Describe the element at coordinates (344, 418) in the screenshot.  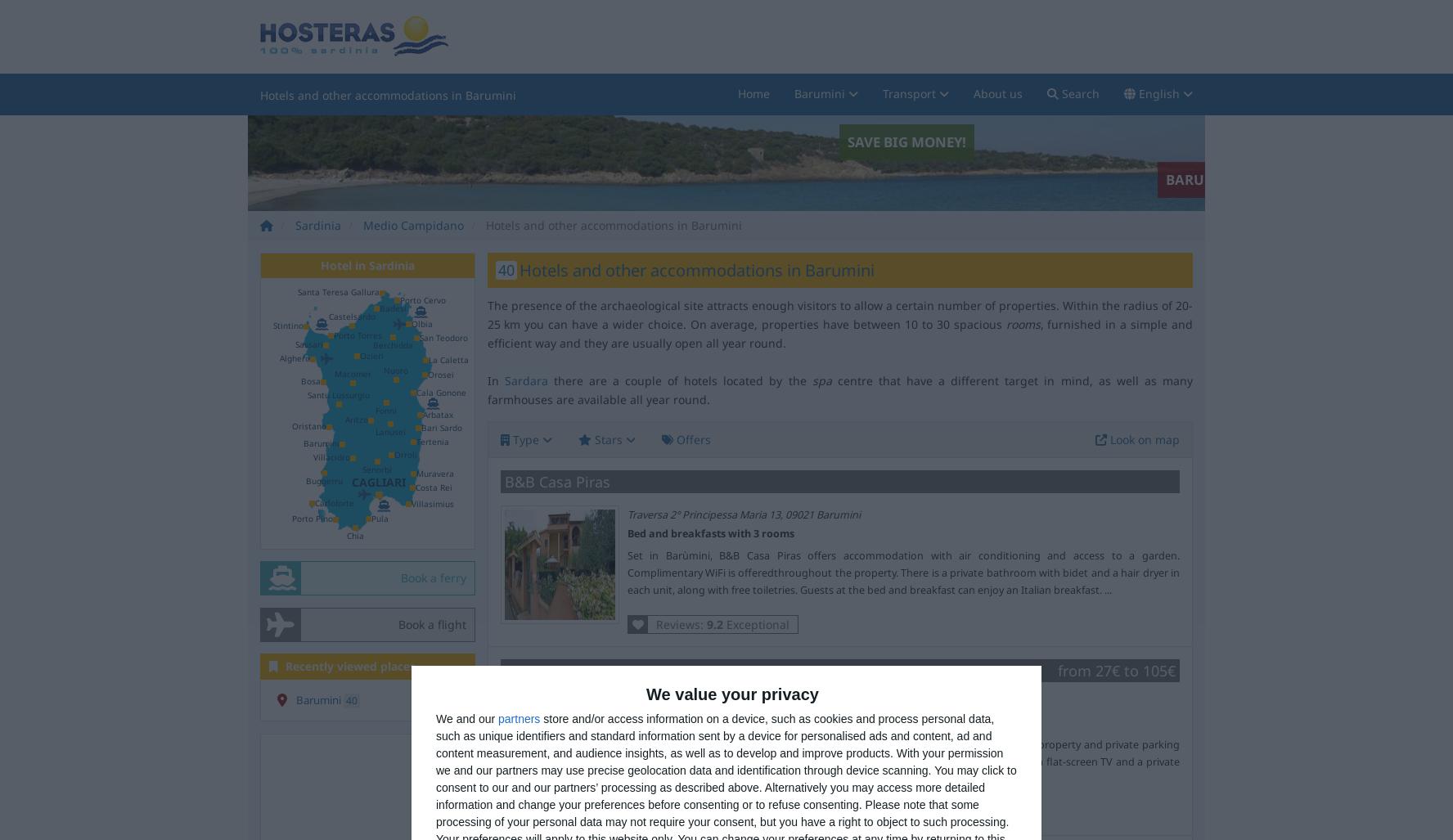
I see `'Aritzo'` at that location.